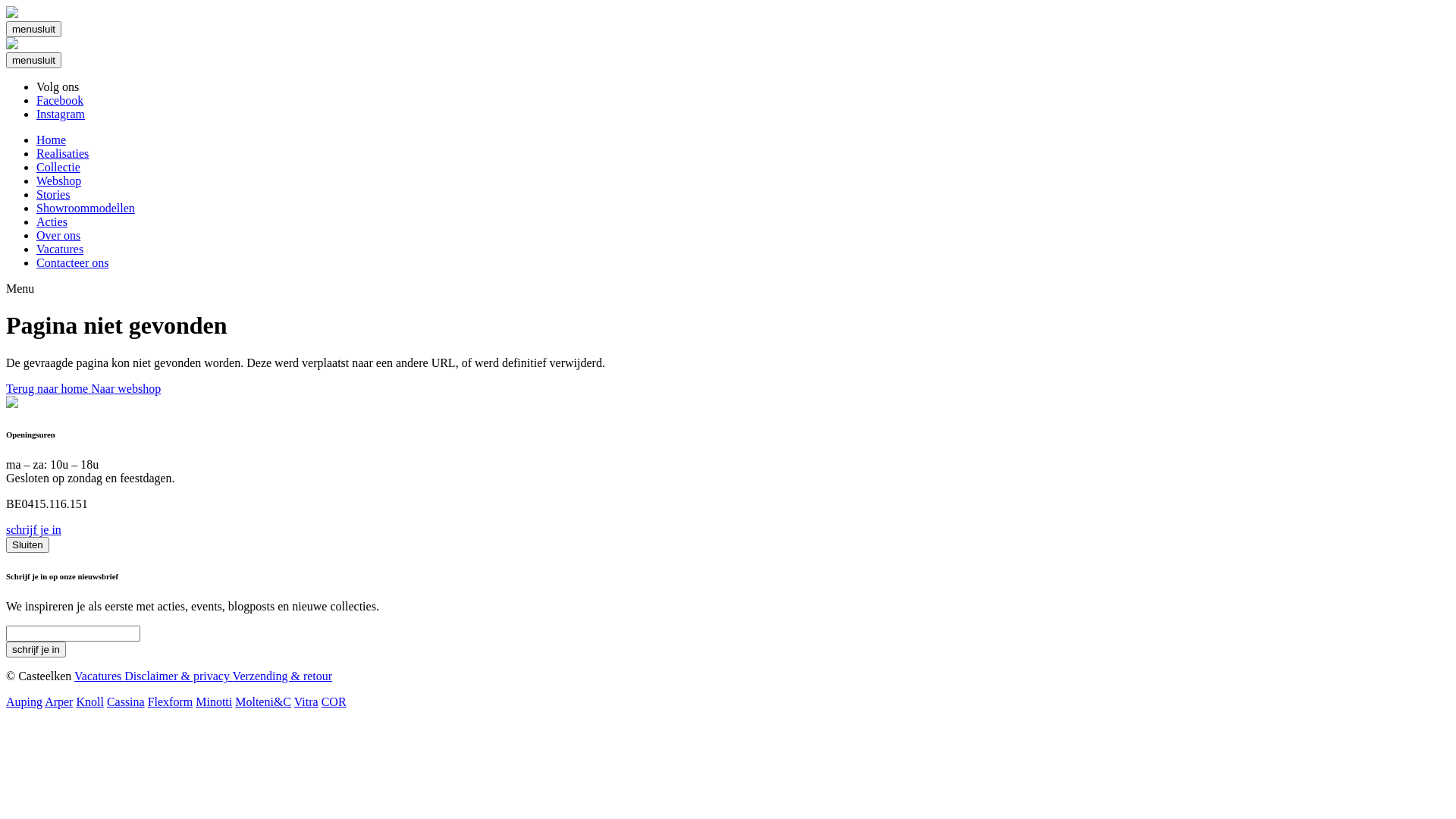  What do you see at coordinates (24, 701) in the screenshot?
I see `'Auping'` at bounding box center [24, 701].